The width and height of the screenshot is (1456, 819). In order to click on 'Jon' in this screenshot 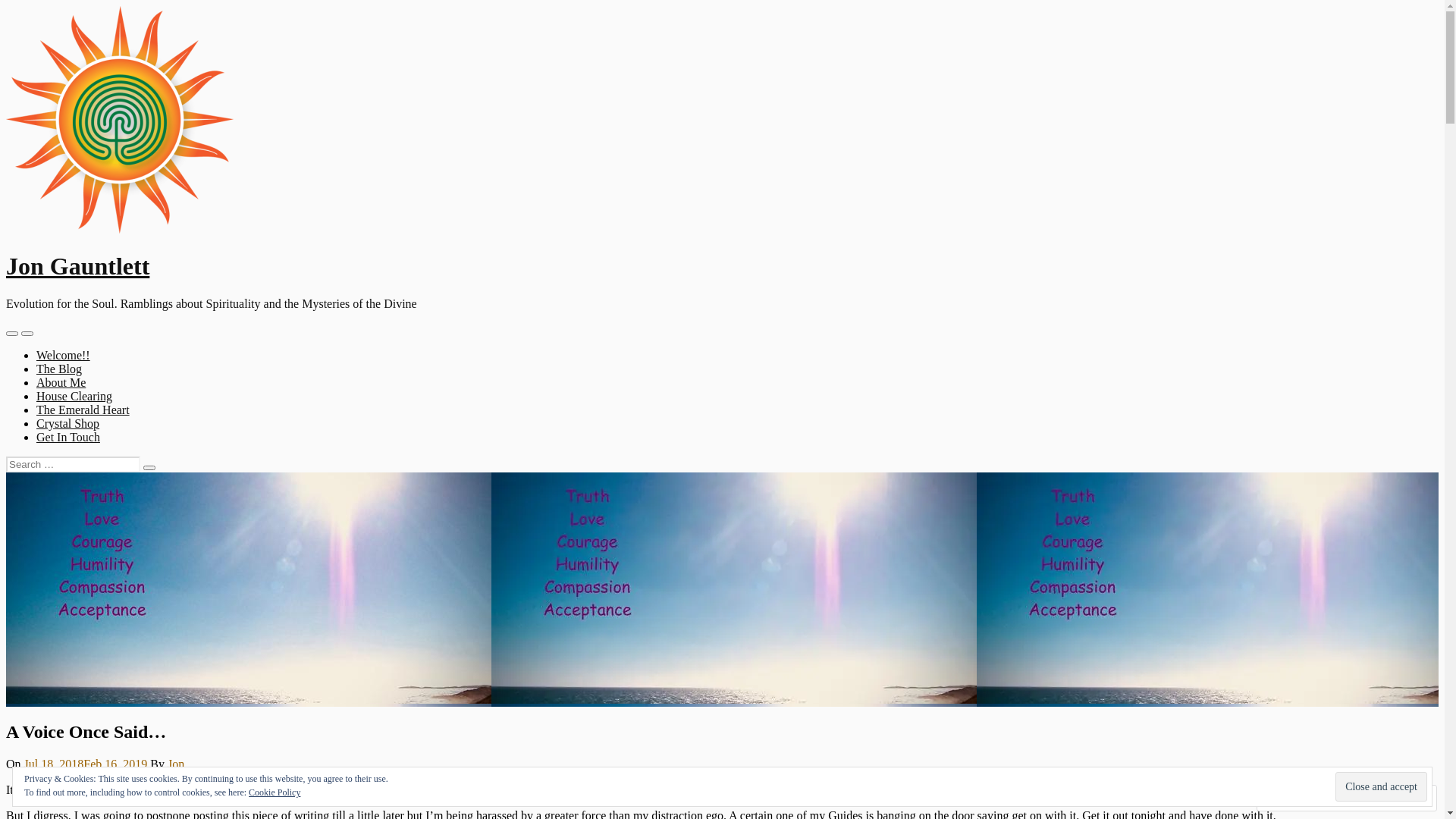, I will do `click(175, 764)`.